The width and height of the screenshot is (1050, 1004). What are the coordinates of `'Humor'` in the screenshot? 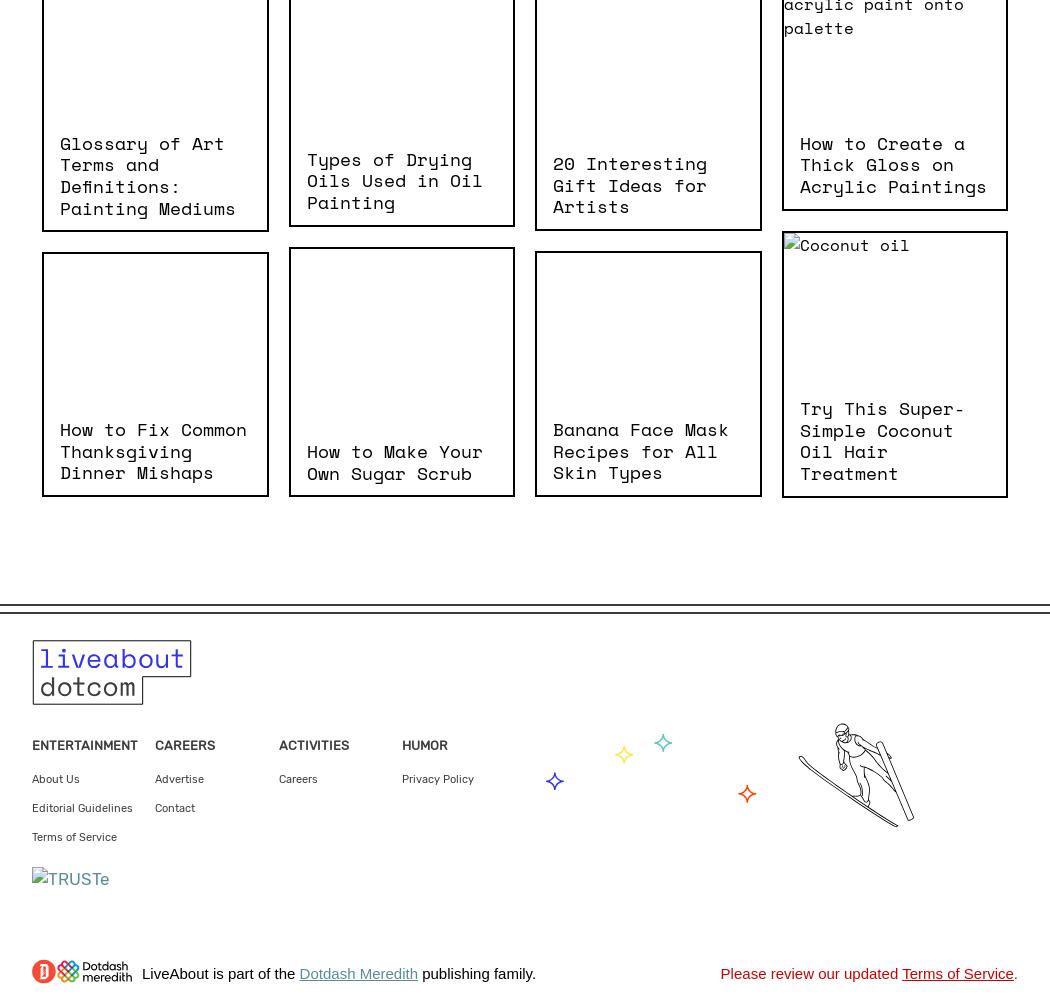 It's located at (422, 743).